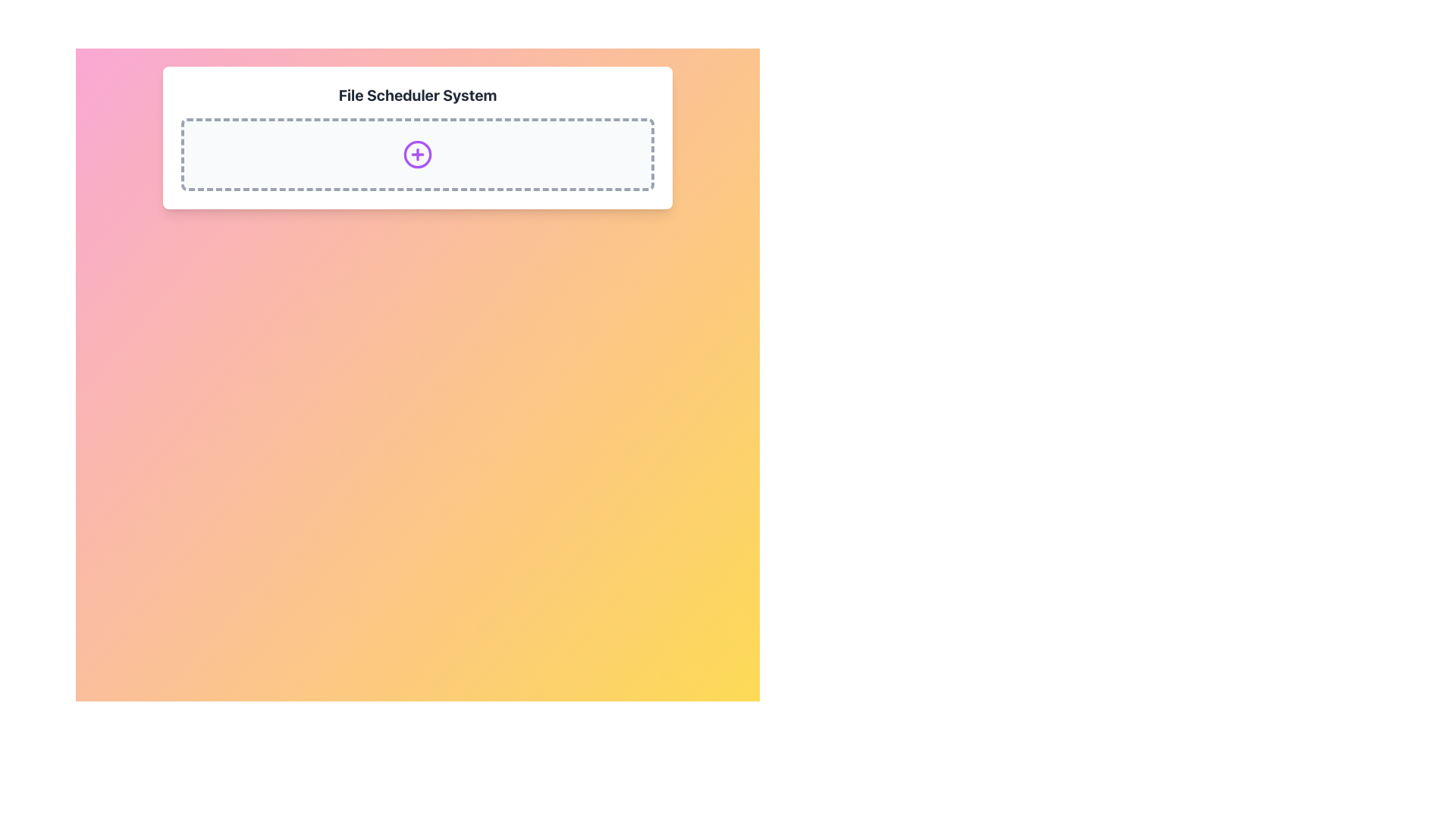 The height and width of the screenshot is (819, 1456). I want to click on the interactive button located at the center of the dashed rectangular box below the title 'File Scheduler System', so click(418, 155).